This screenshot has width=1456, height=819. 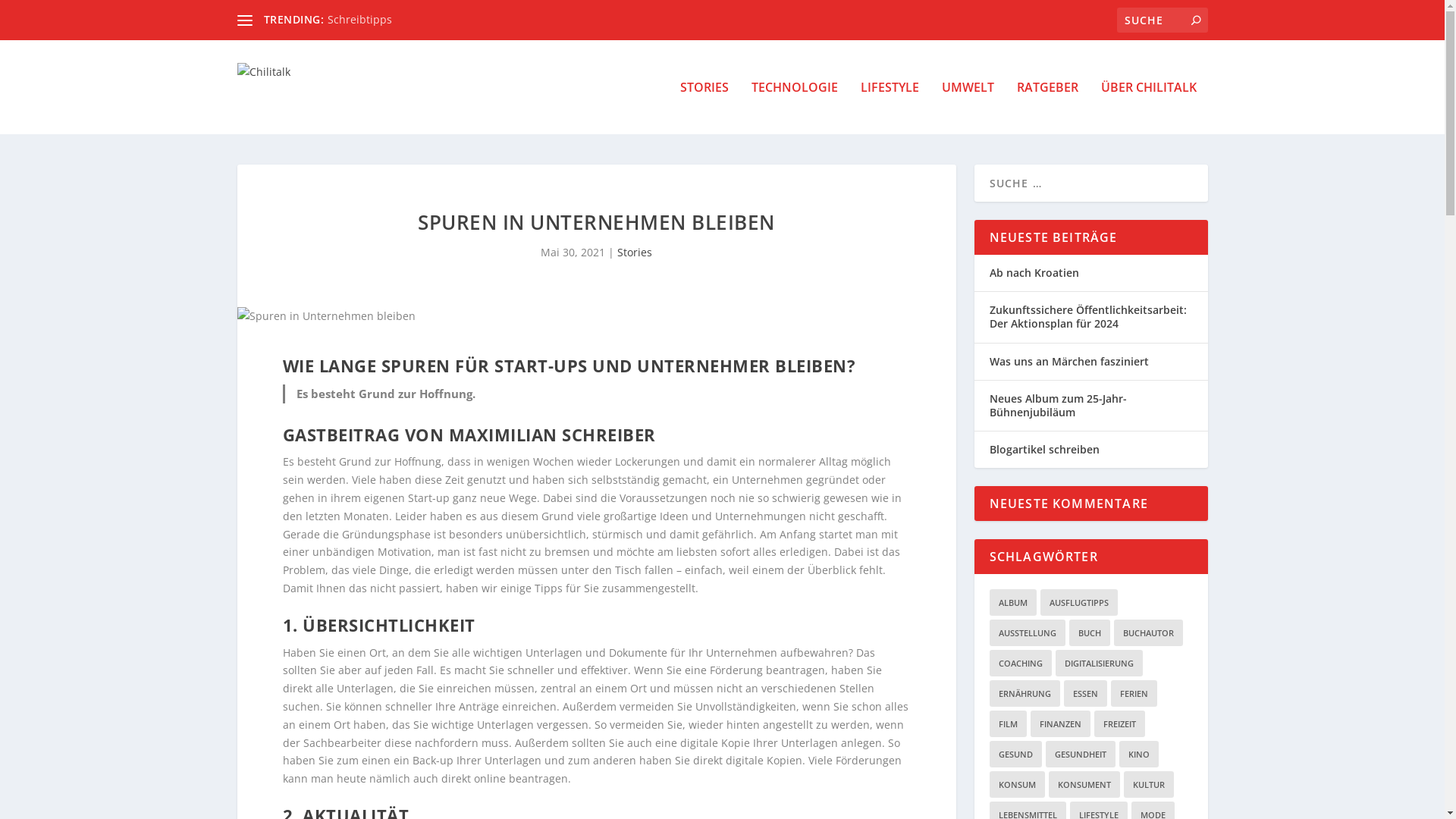 What do you see at coordinates (967, 107) in the screenshot?
I see `'UMWELT'` at bounding box center [967, 107].